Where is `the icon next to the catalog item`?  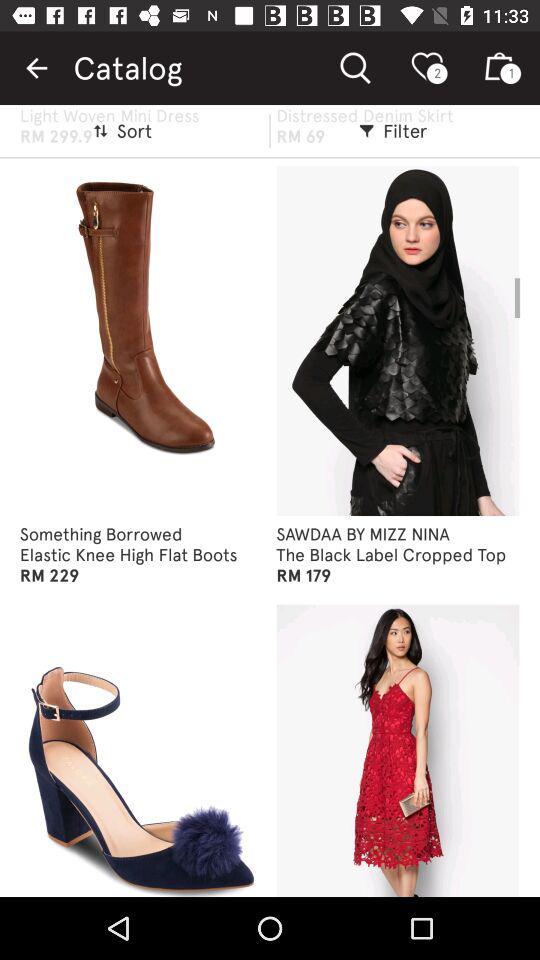 the icon next to the catalog item is located at coordinates (36, 68).